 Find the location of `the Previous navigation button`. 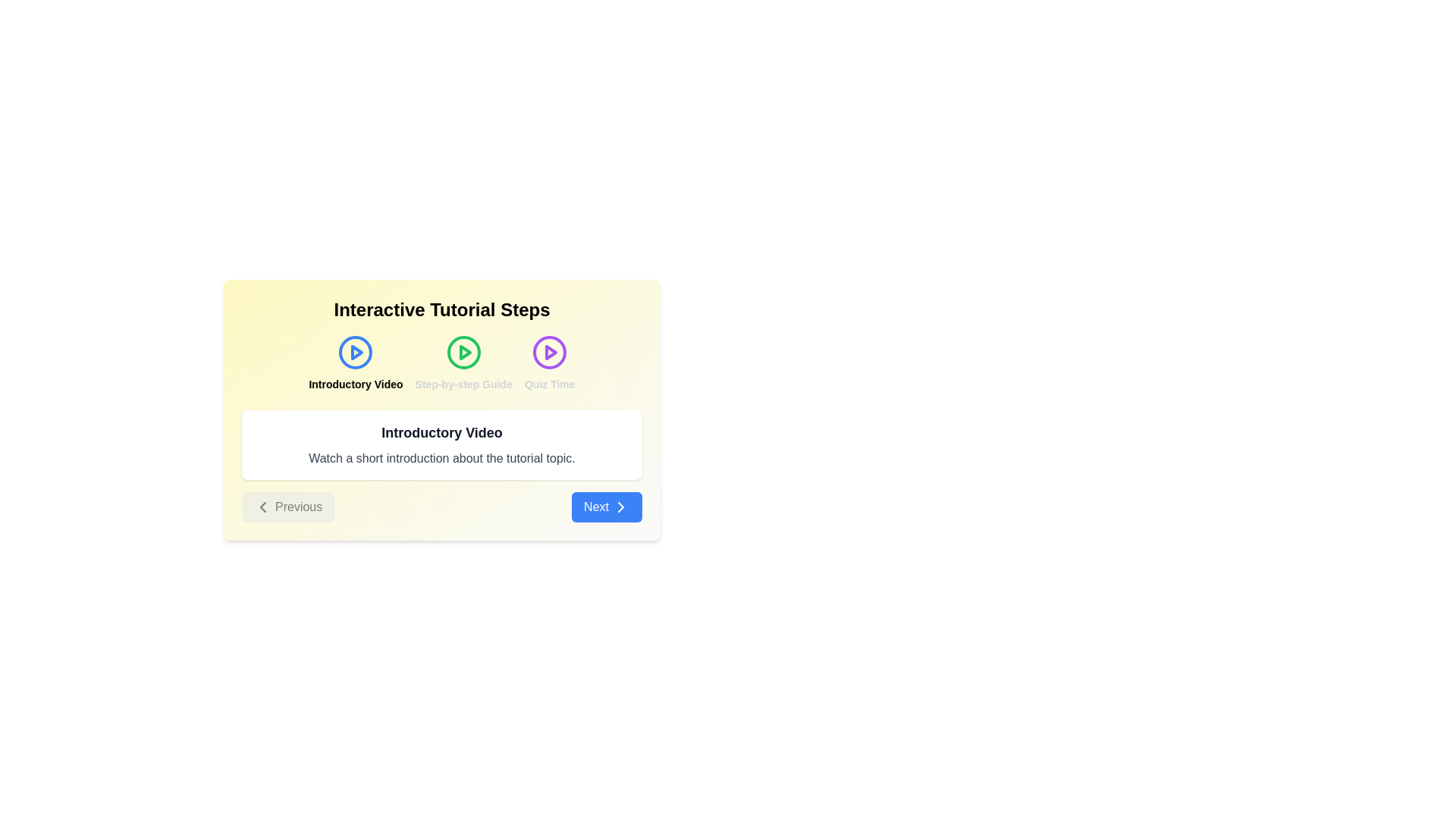

the Previous navigation button is located at coordinates (288, 507).